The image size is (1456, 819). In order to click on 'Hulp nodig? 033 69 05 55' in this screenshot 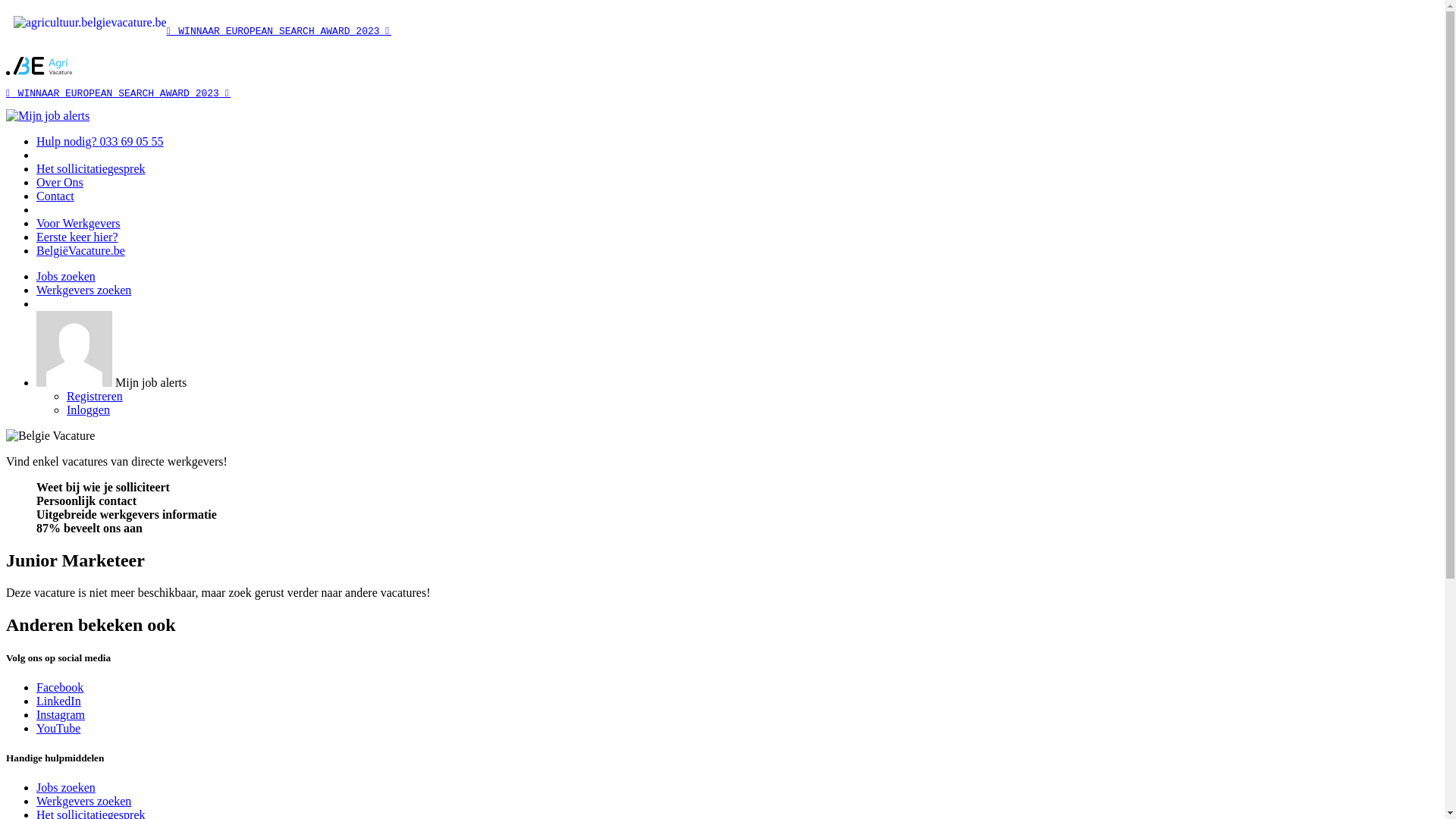, I will do `click(99, 141)`.